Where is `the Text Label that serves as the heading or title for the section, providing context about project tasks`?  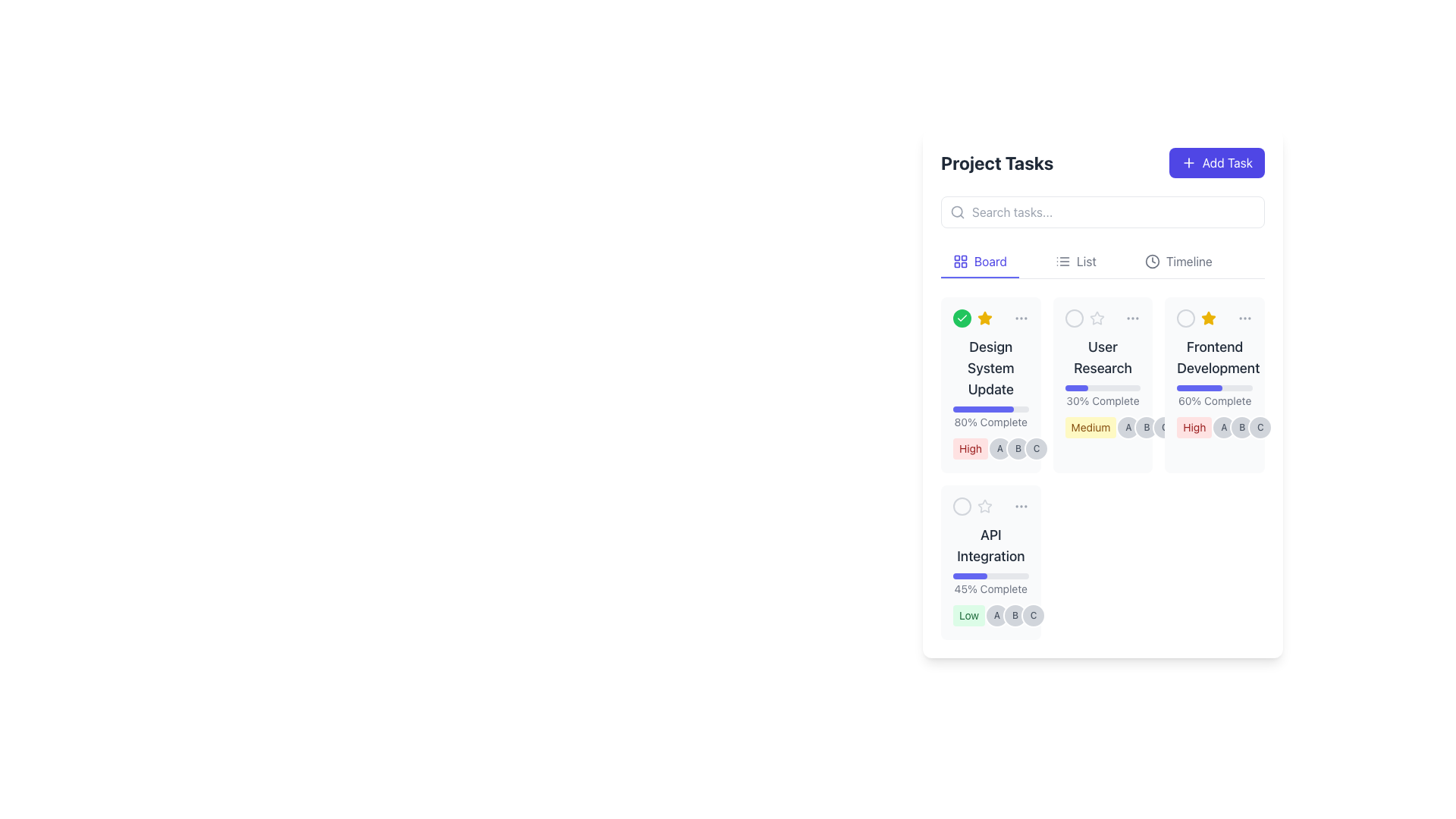 the Text Label that serves as the heading or title for the section, providing context about project tasks is located at coordinates (997, 163).